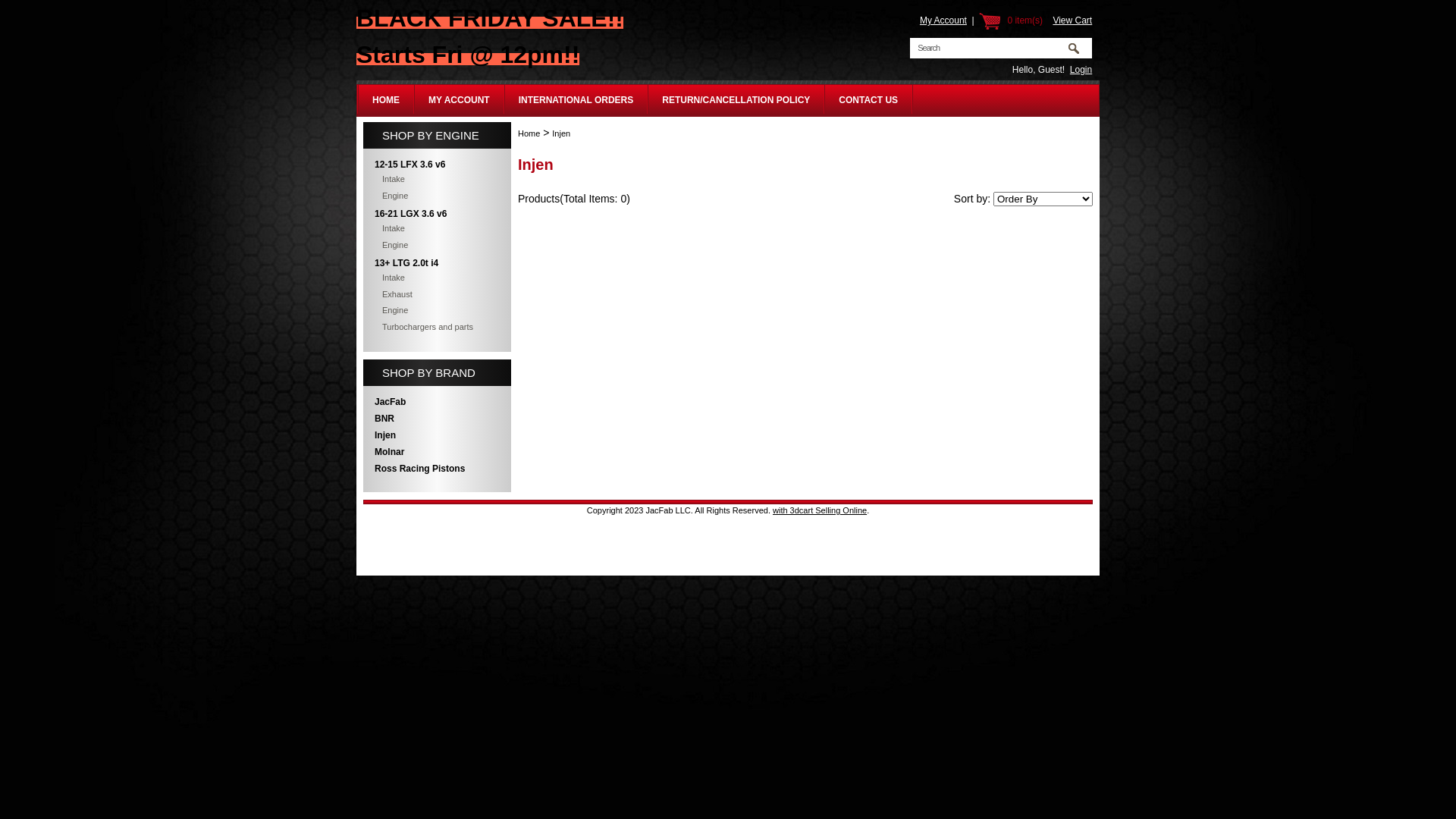 The width and height of the screenshot is (1456, 819). I want to click on 'CONTACT US', so click(868, 99).